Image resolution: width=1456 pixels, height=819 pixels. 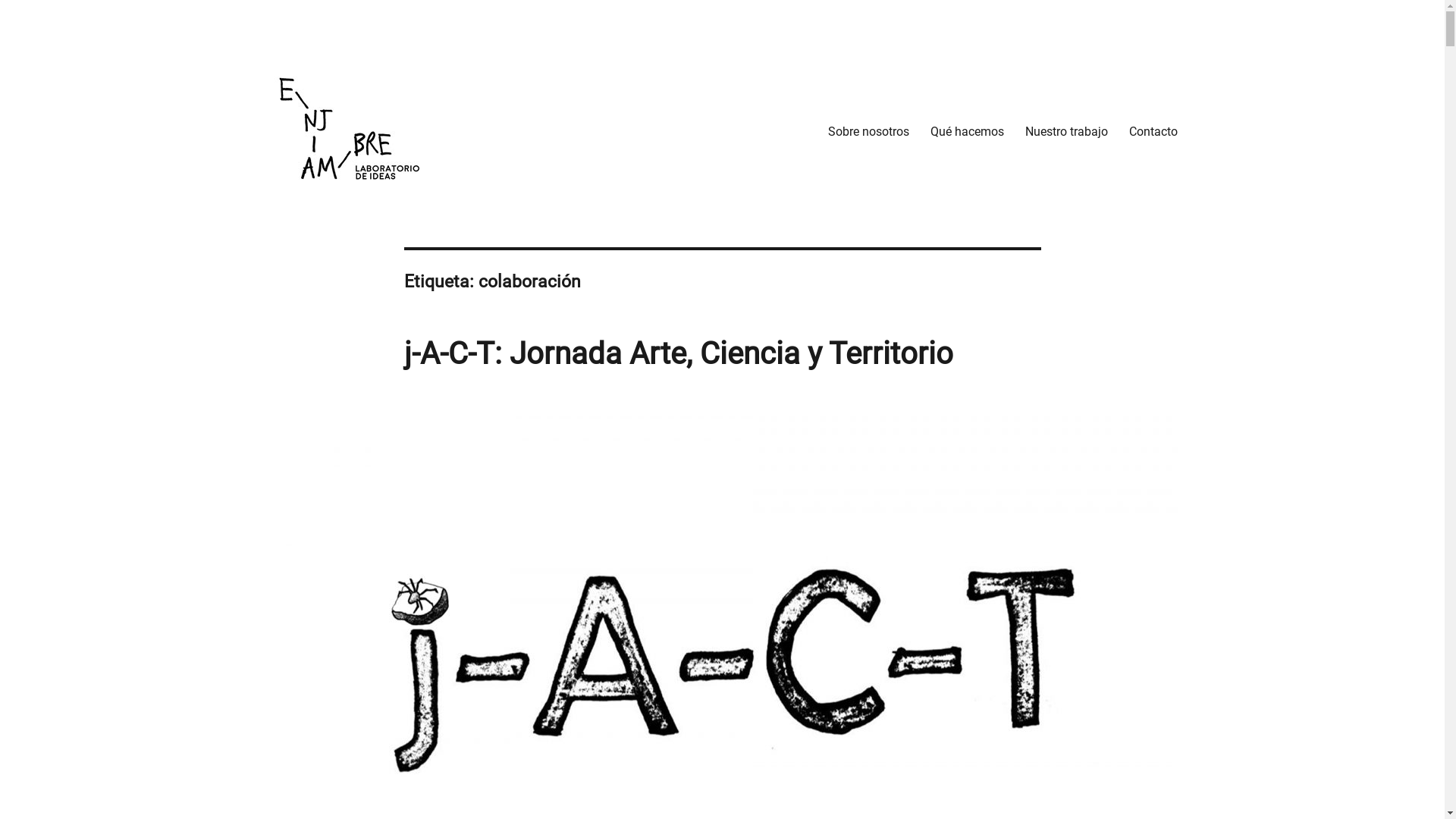 What do you see at coordinates (1153, 130) in the screenshot?
I see `'Contacto'` at bounding box center [1153, 130].